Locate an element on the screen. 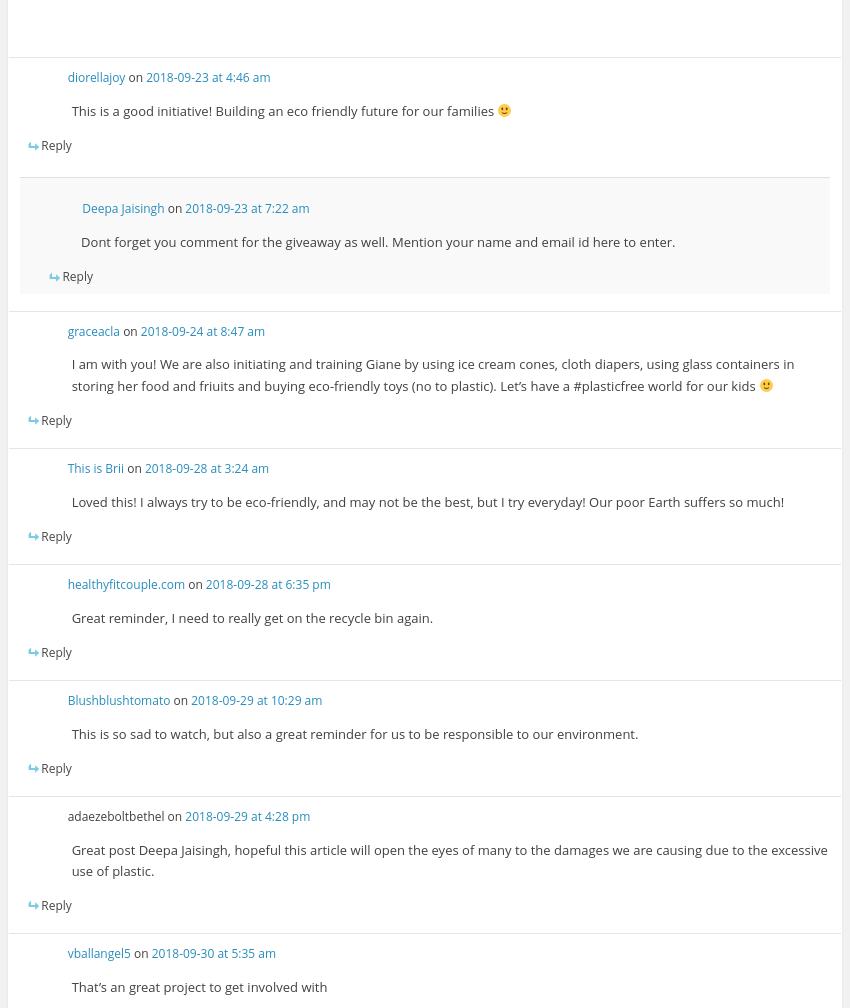  '2018-09-23 at 7:22 am' is located at coordinates (247, 208).